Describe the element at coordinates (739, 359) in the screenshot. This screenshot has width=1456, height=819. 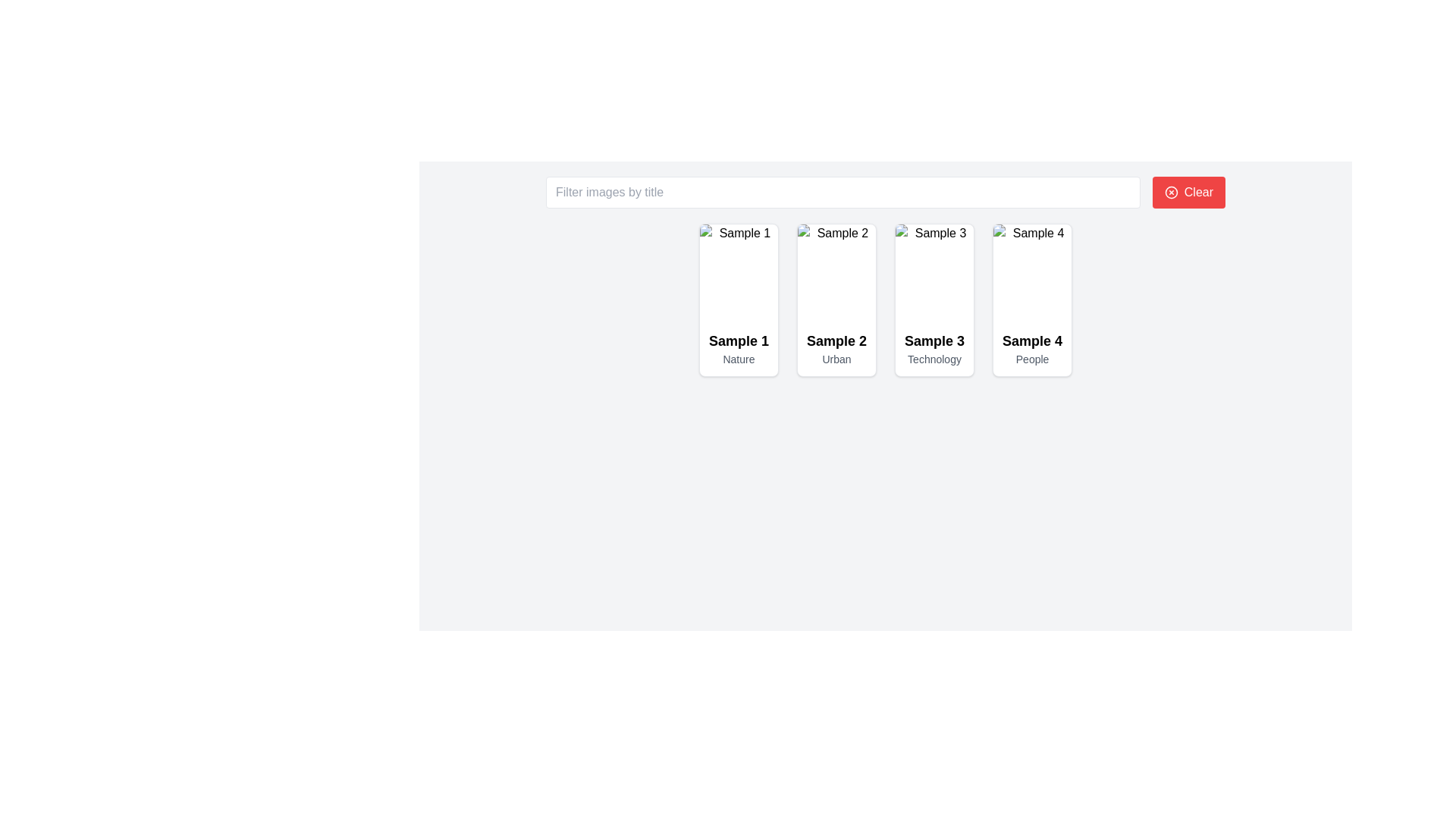
I see `the text label directly below the bold 'Sample 1' text in the first card of the card layout` at that location.